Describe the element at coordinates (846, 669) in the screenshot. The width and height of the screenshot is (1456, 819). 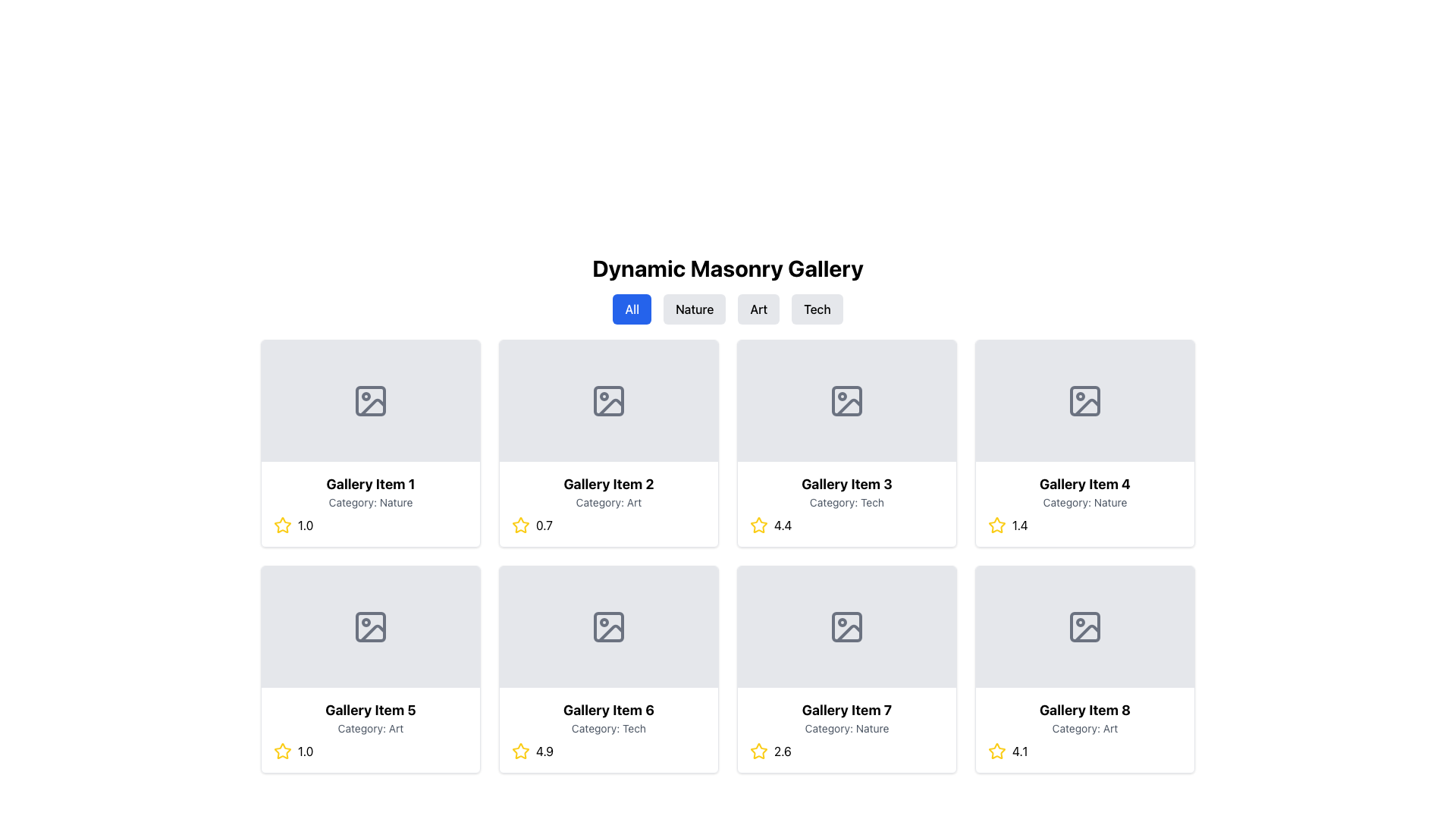
I see `to select the Gallery Item Card labeled 'Gallery Item 7', which is the seventh item in the gallery grid located in the second row and third column` at that location.